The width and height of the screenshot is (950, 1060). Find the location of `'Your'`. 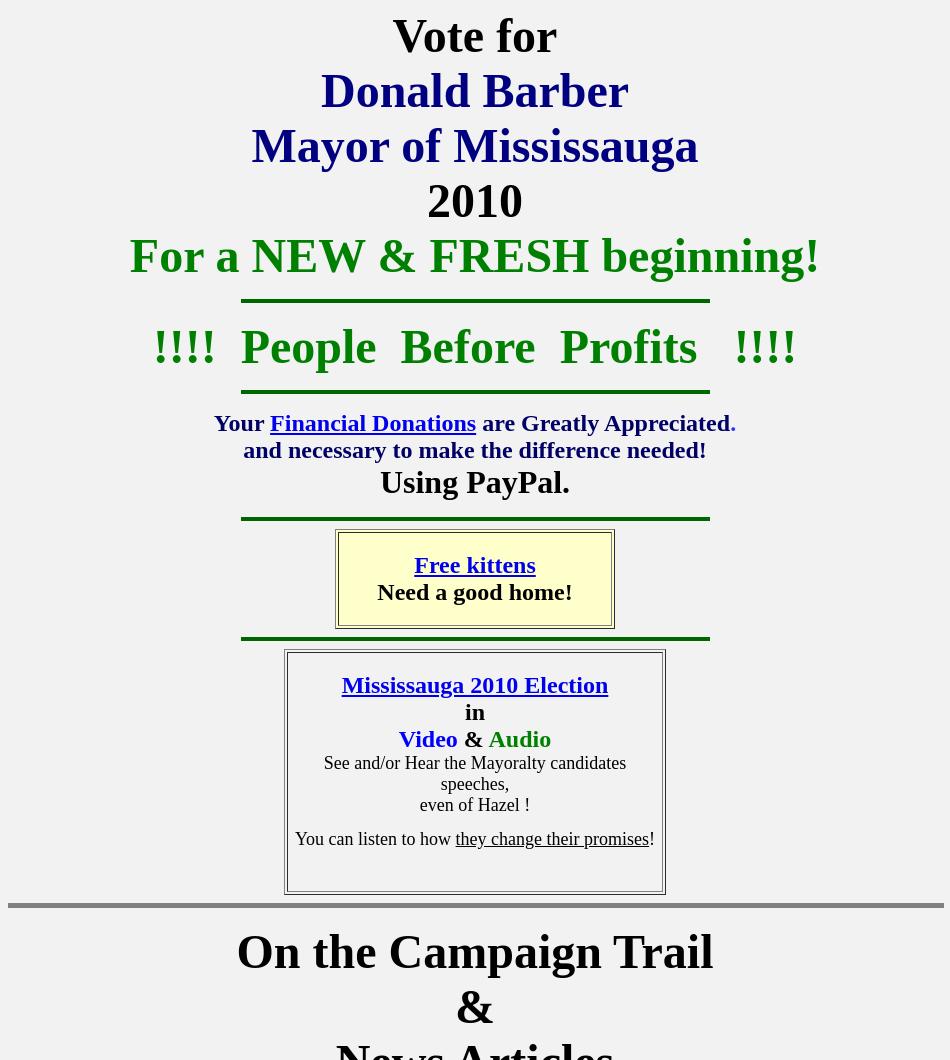

'Your' is located at coordinates (212, 422).